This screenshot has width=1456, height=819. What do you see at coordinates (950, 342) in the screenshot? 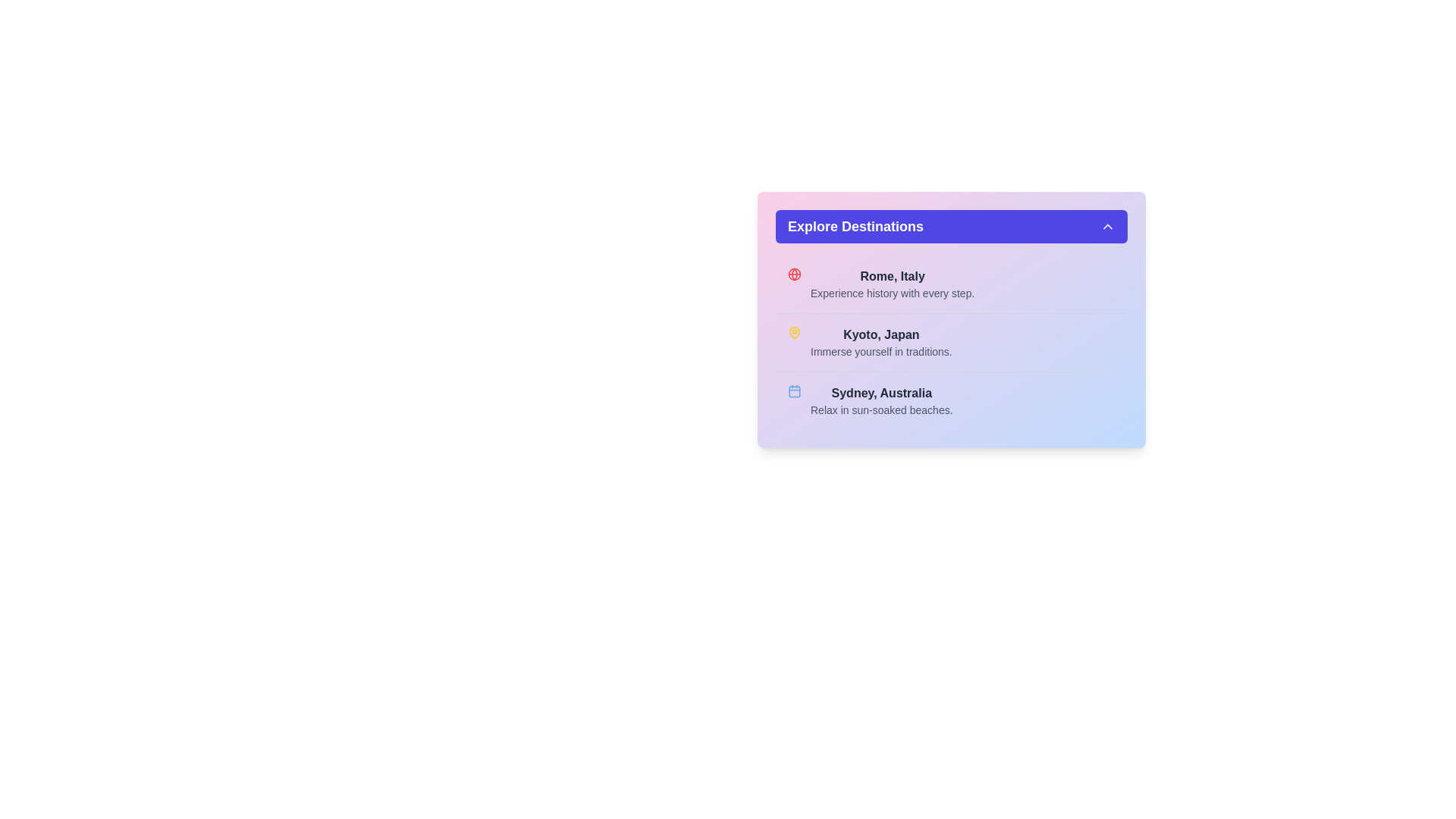
I see `the location list item displaying 'Kyoto, Japan' and the slogan 'Immerse yourself in traditions.'` at bounding box center [950, 342].